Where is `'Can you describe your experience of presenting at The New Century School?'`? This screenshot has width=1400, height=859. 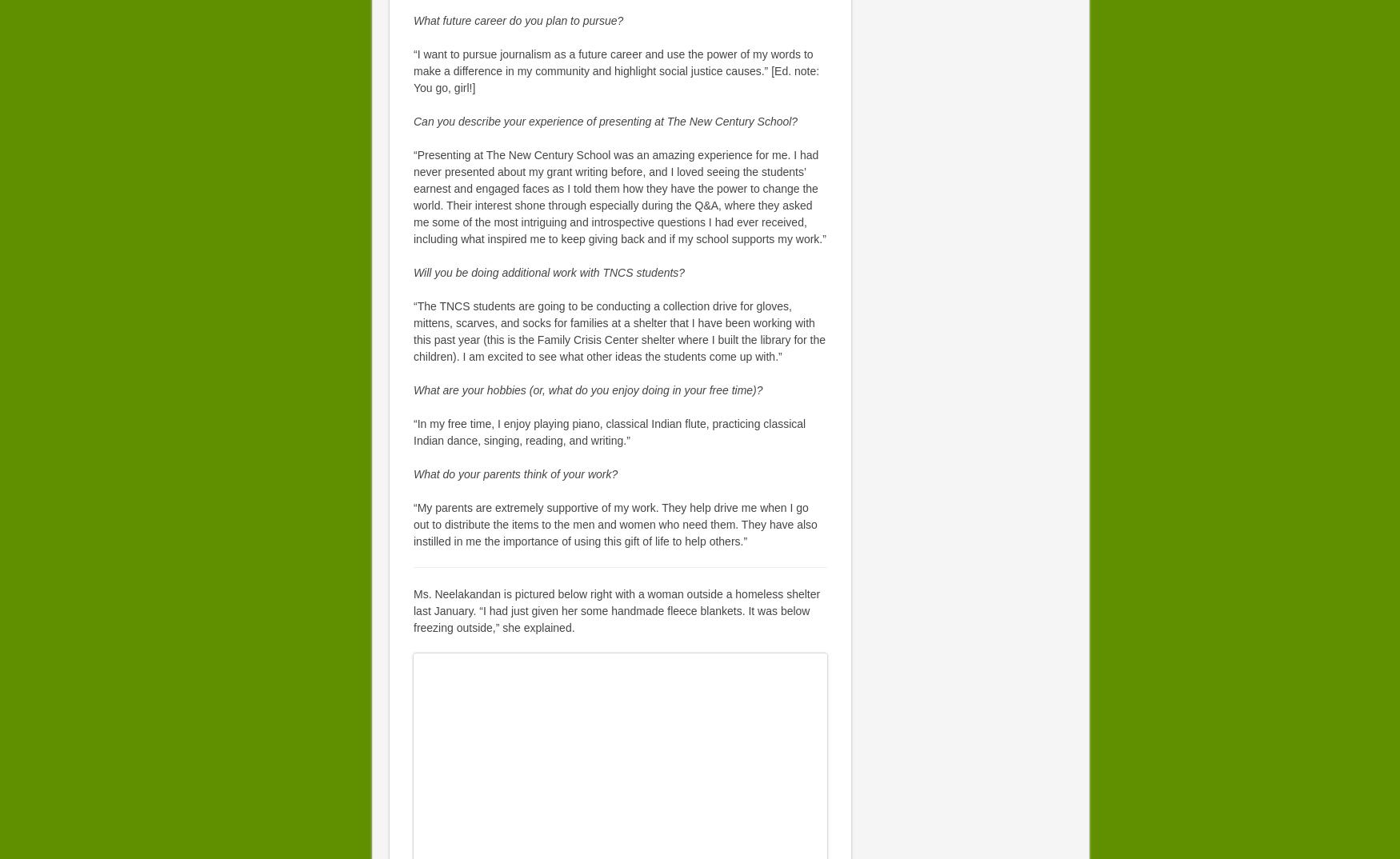
'Can you describe your experience of presenting at The New Century School?' is located at coordinates (605, 120).